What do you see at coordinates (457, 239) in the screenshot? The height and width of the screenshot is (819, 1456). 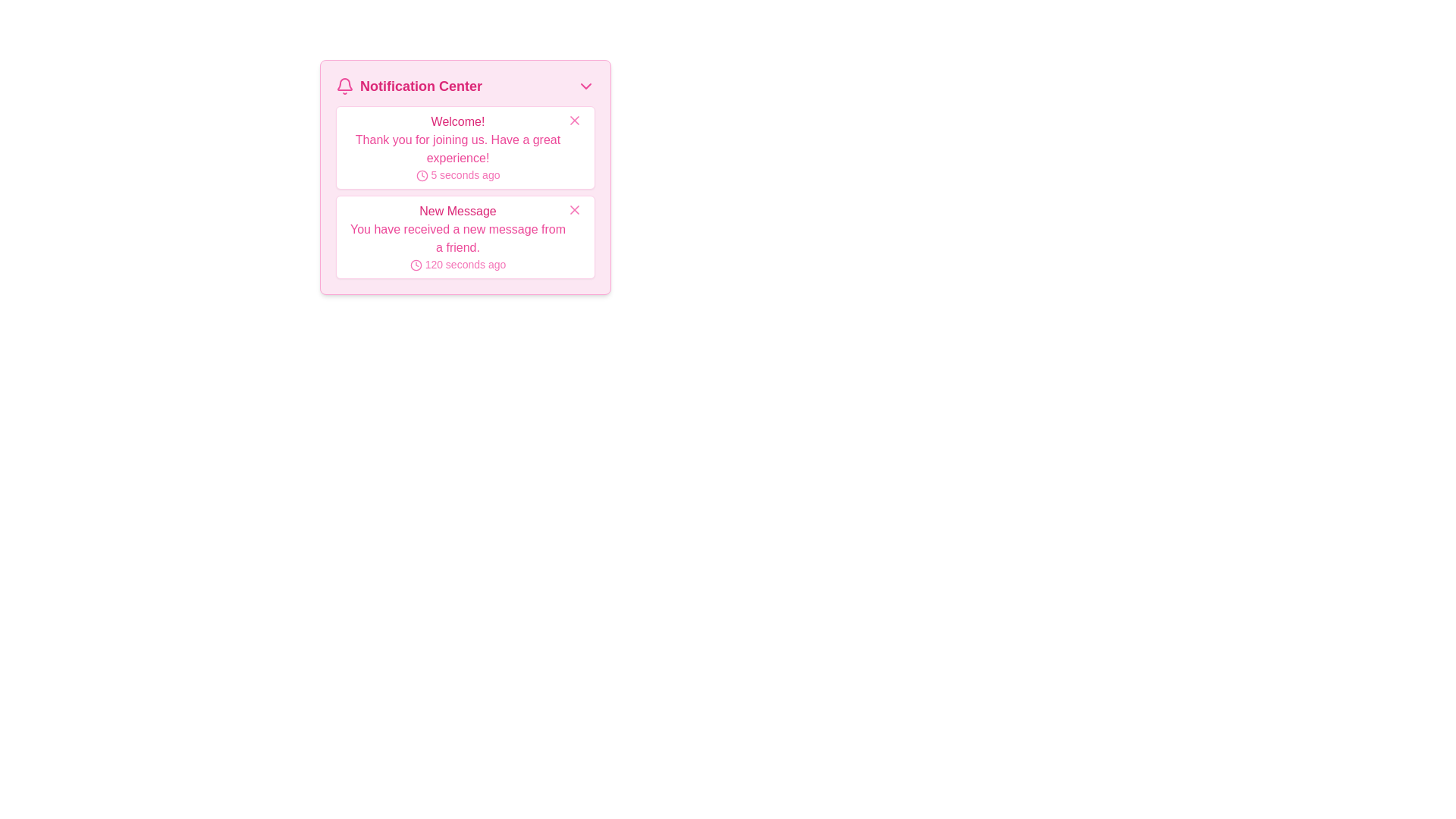 I see `text notification labeled 'You have received a new message from a friend.' which is styled in a pink color scheme and is located below the title 'New Message'` at bounding box center [457, 239].